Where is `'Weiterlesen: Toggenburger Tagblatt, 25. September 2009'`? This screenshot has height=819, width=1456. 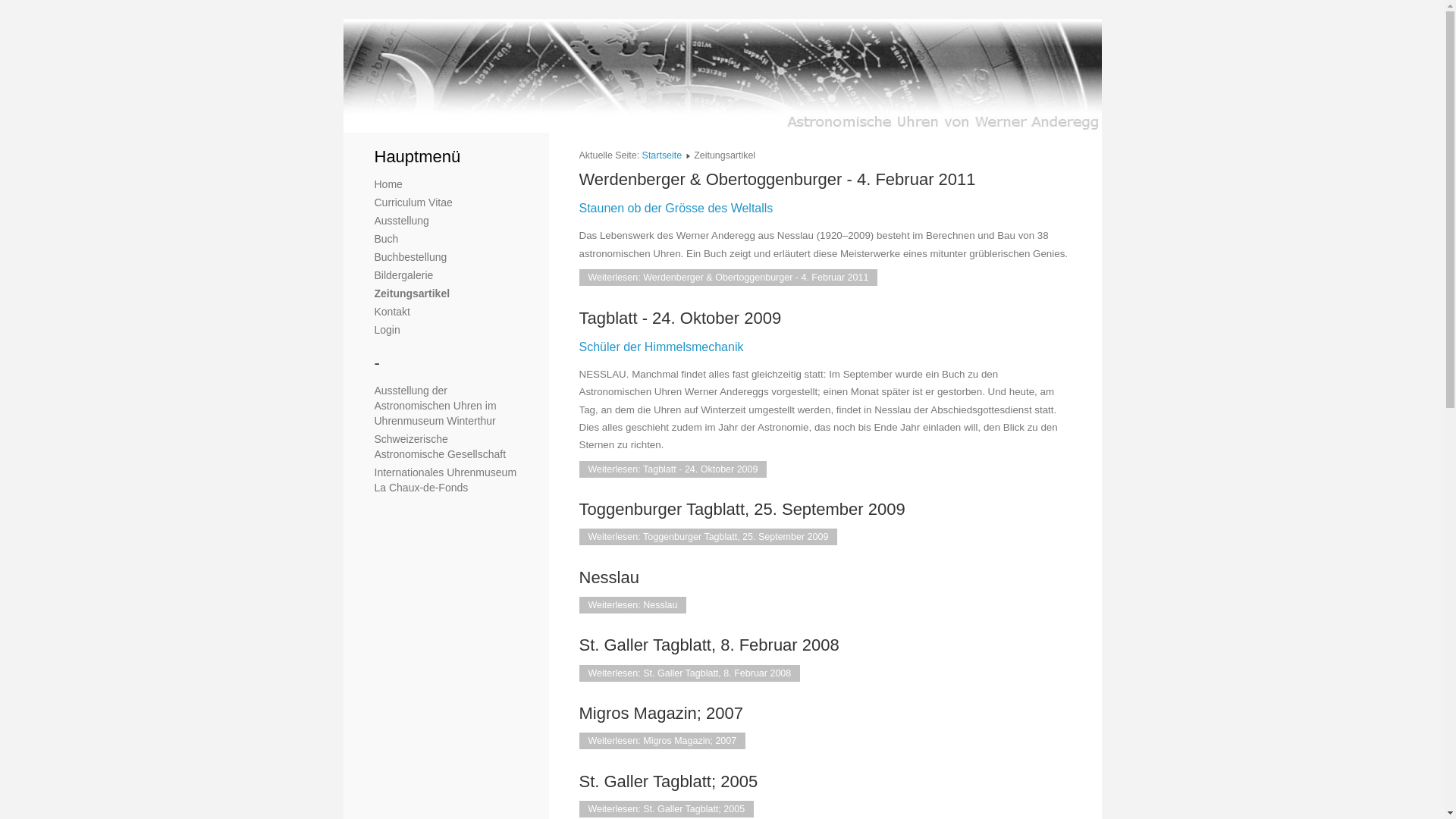
'Weiterlesen: Toggenburger Tagblatt, 25. September 2009' is located at coordinates (708, 536).